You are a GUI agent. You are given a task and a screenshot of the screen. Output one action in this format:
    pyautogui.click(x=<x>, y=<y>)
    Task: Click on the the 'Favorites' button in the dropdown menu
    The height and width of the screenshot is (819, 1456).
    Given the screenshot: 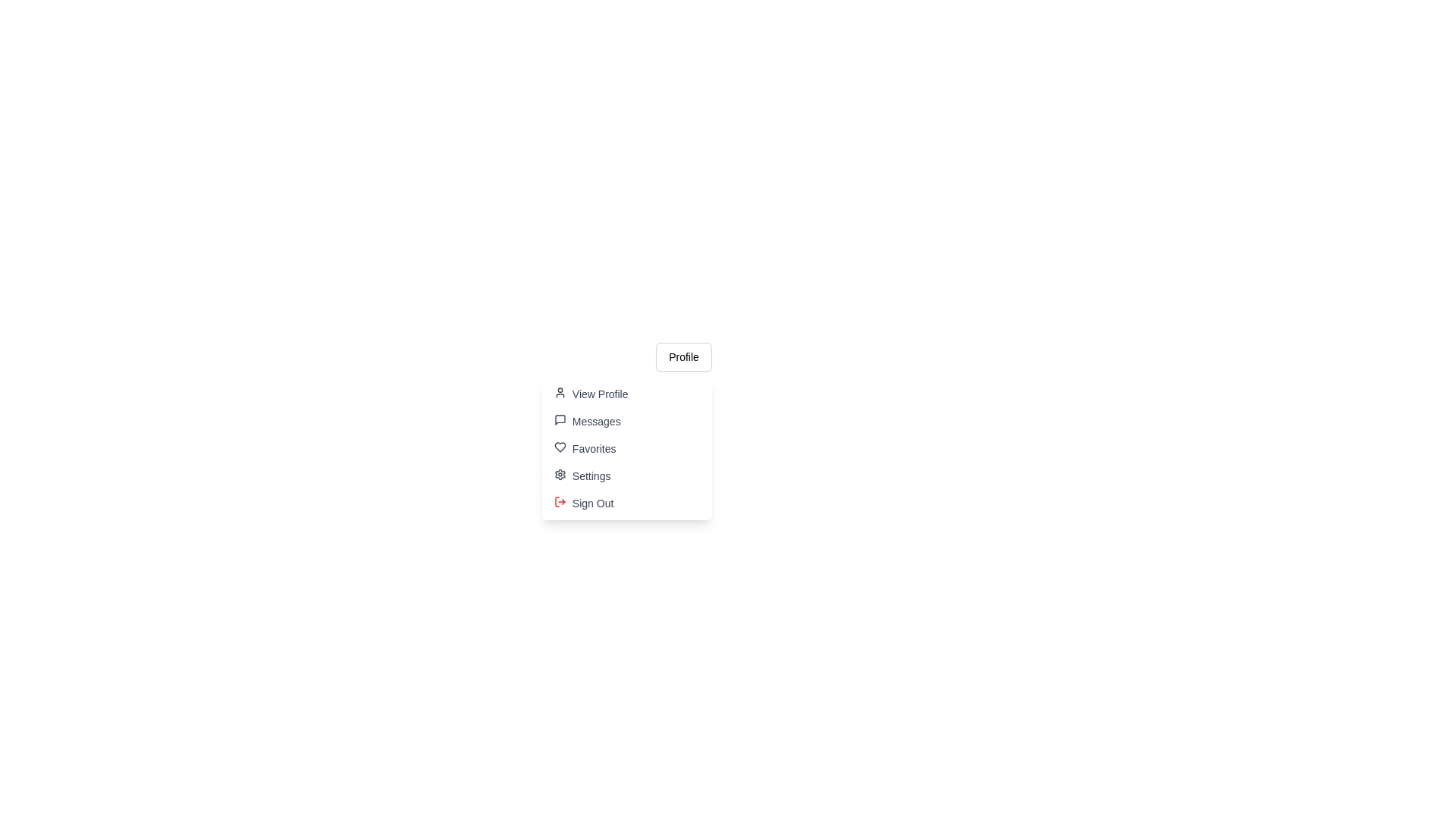 What is the action you would take?
    pyautogui.click(x=626, y=447)
    